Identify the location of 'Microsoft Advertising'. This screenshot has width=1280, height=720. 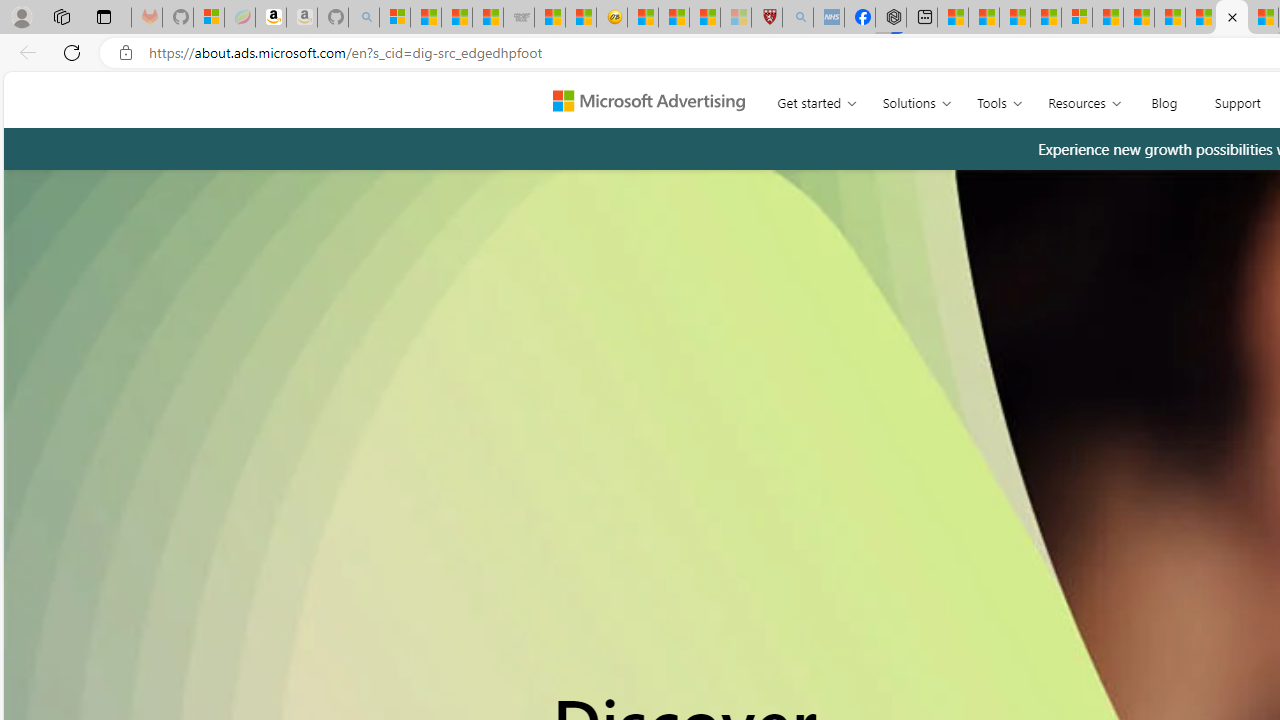
(657, 99).